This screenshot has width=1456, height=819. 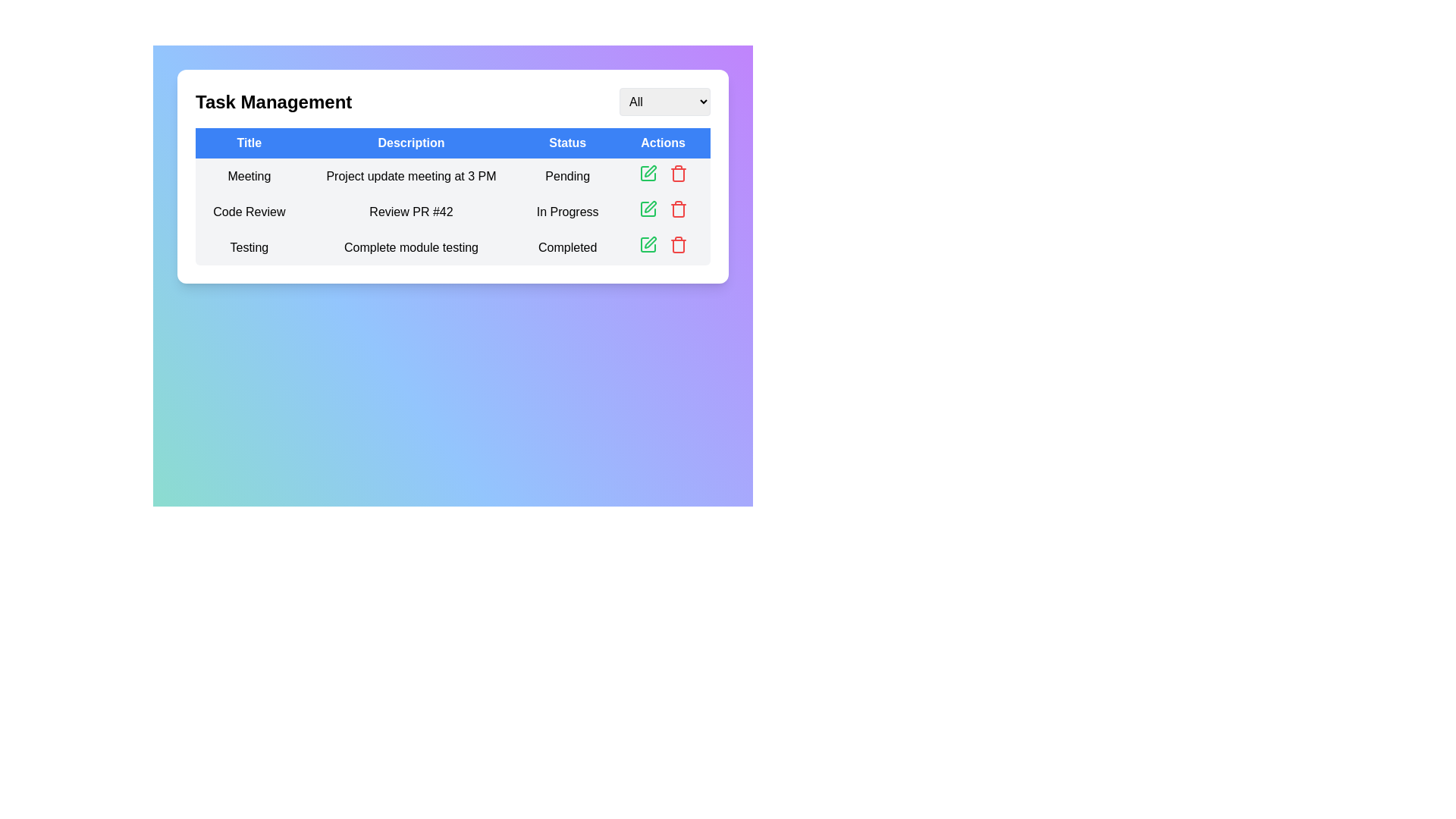 What do you see at coordinates (677, 172) in the screenshot?
I see `the delete icon in the Actions column of the table, which is the second icon in the last row` at bounding box center [677, 172].